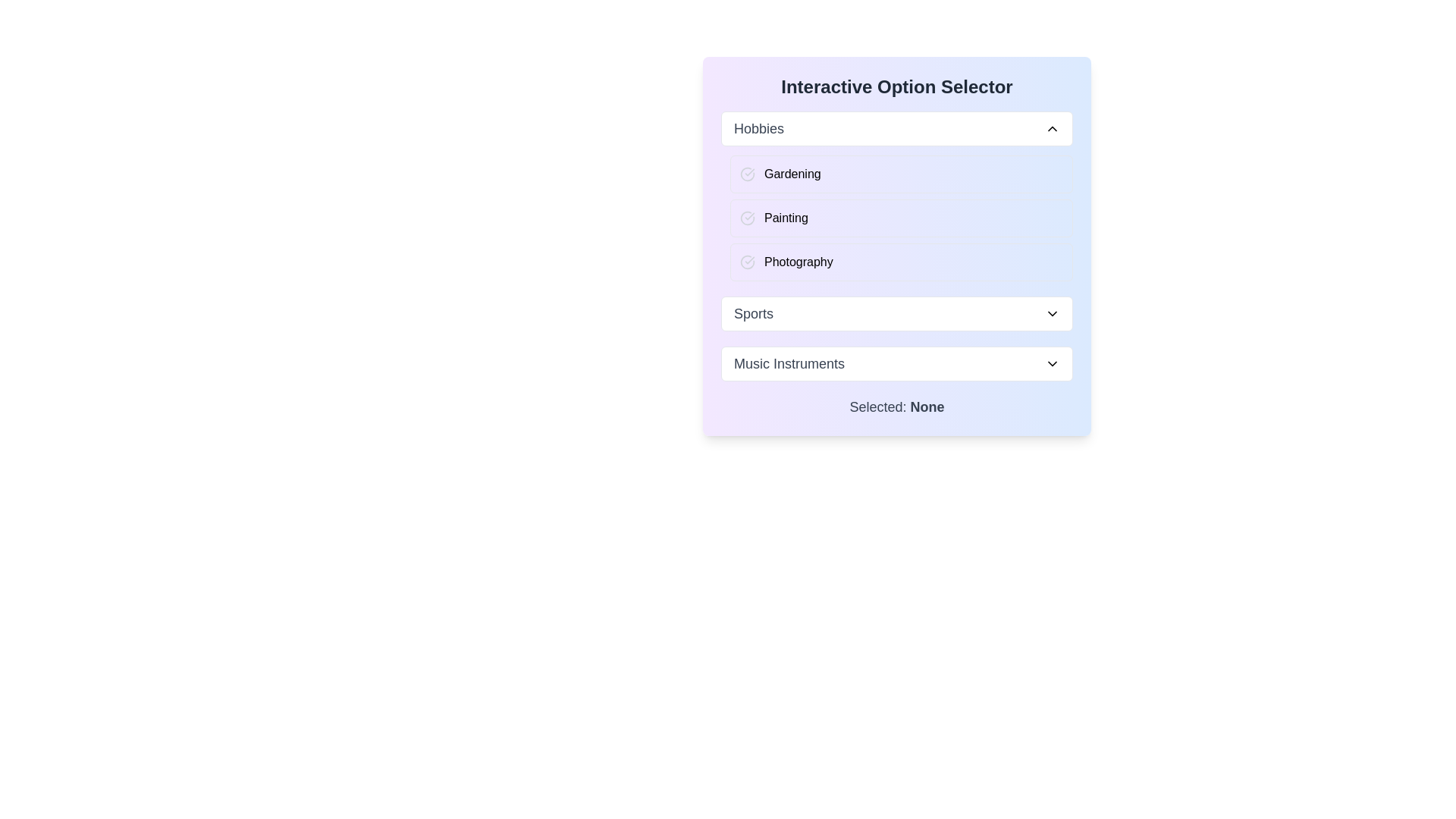 Image resolution: width=1456 pixels, height=819 pixels. Describe the element at coordinates (1051, 312) in the screenshot. I see `the downward-facing chevron icon located to the right of the label 'Sports'` at that location.